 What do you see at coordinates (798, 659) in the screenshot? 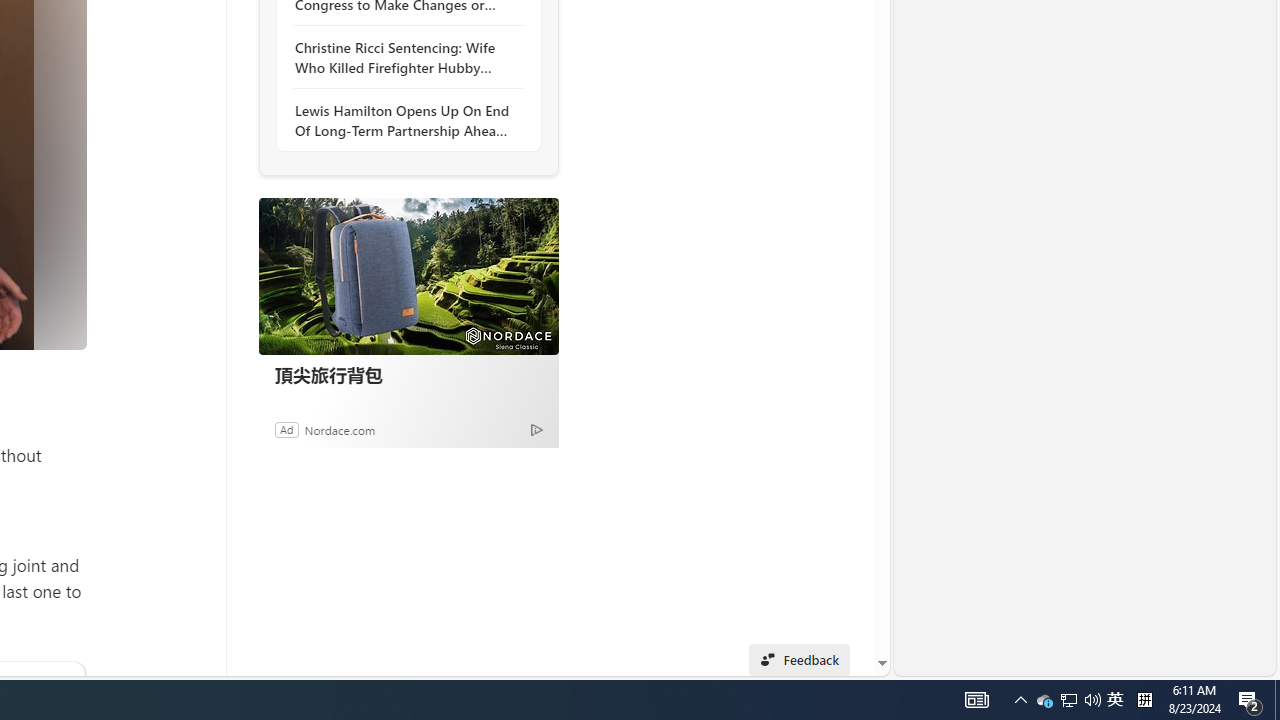
I see `'Feedback'` at bounding box center [798, 659].